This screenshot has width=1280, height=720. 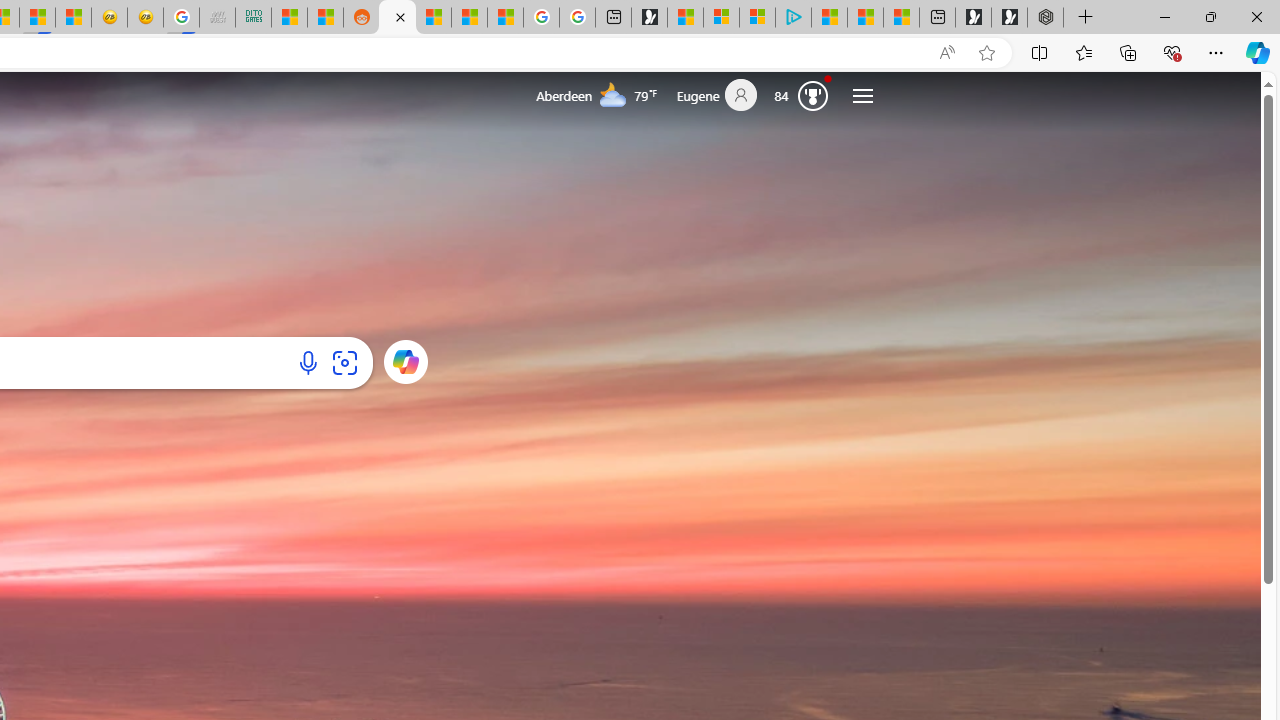 What do you see at coordinates (397, 17) in the screenshot?
I see `'Bing'` at bounding box center [397, 17].